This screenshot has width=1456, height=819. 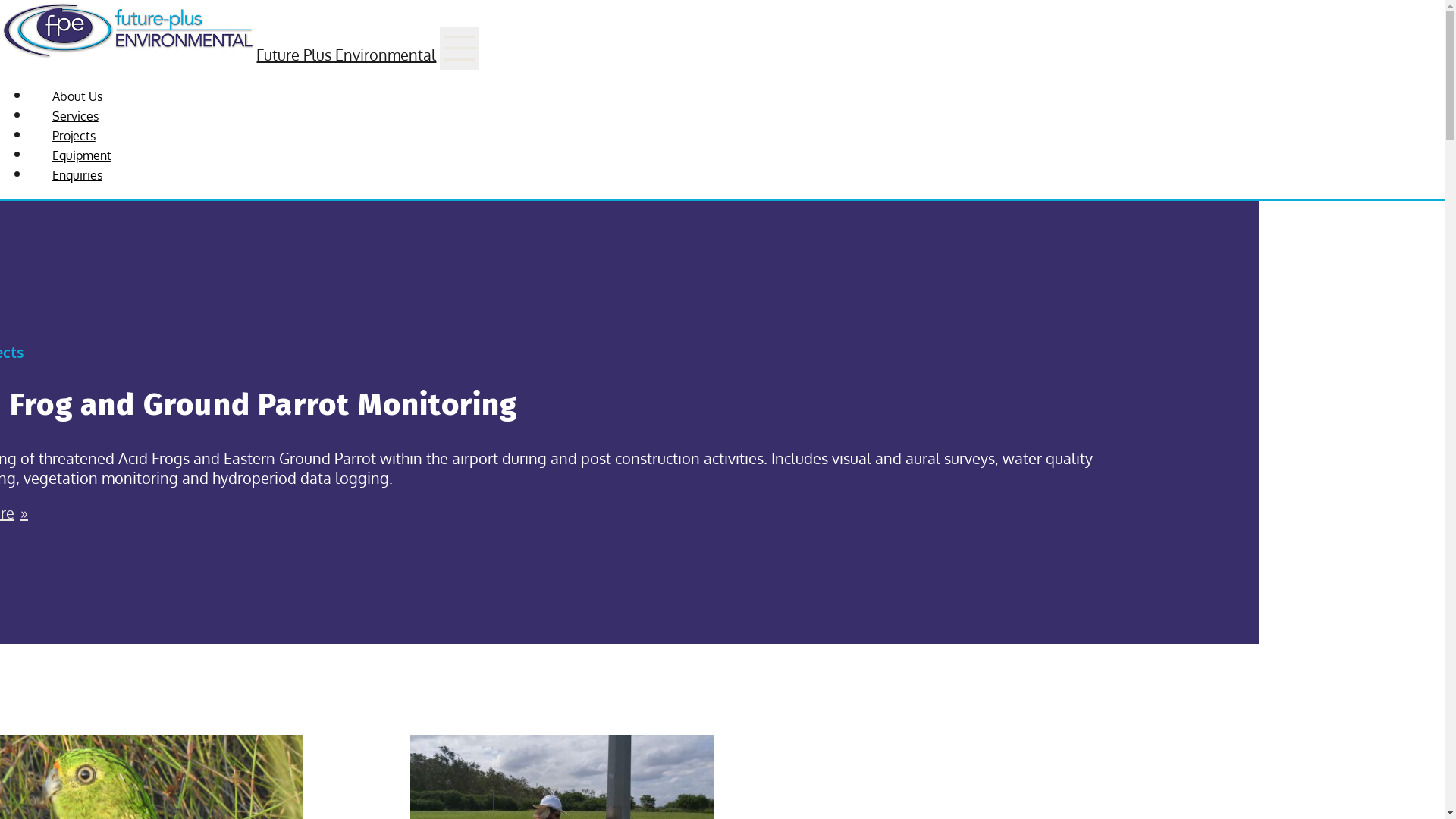 I want to click on 'About Us', so click(x=30, y=96).